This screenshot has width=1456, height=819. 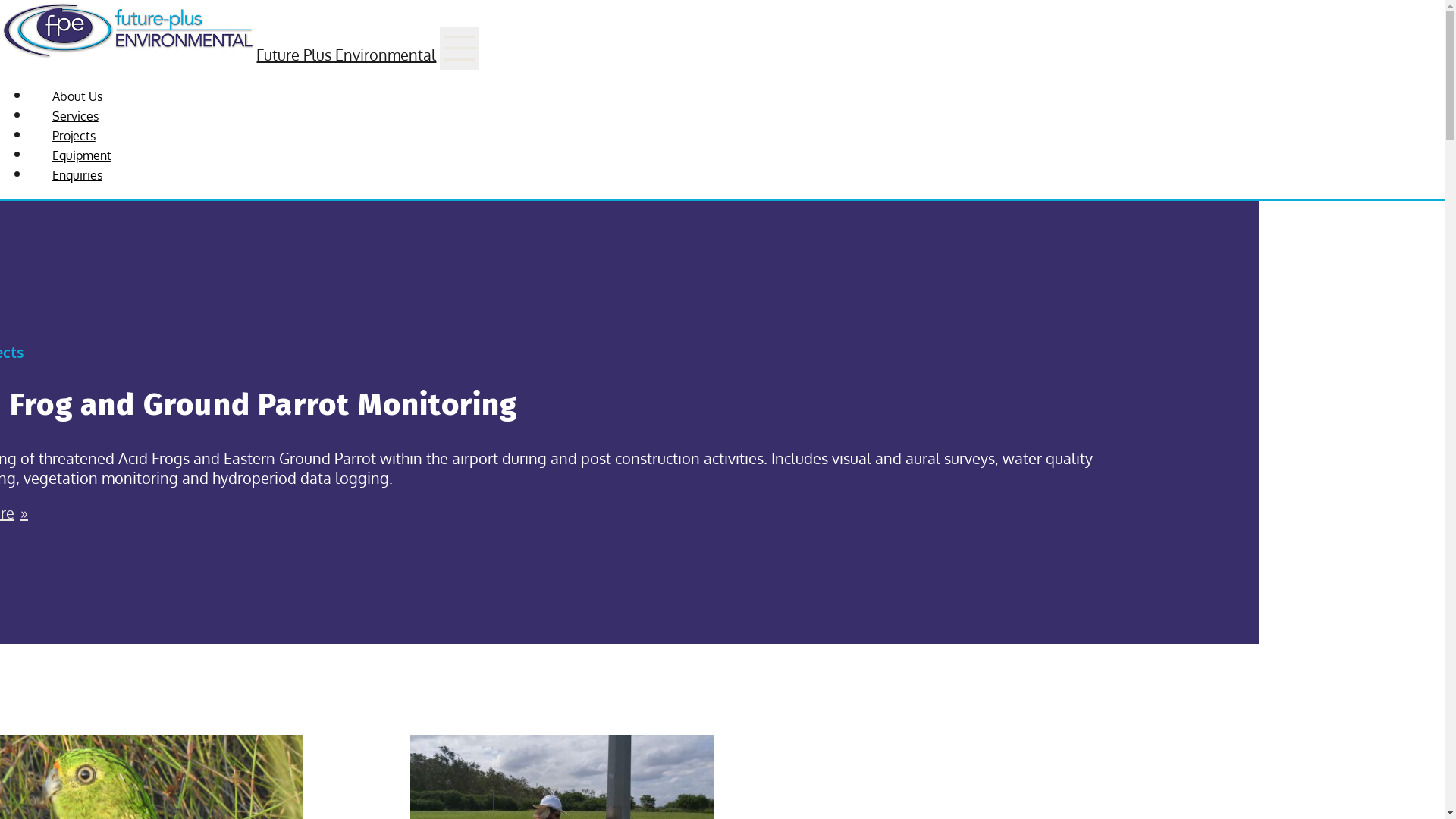 I want to click on 'About Us', so click(x=30, y=96).